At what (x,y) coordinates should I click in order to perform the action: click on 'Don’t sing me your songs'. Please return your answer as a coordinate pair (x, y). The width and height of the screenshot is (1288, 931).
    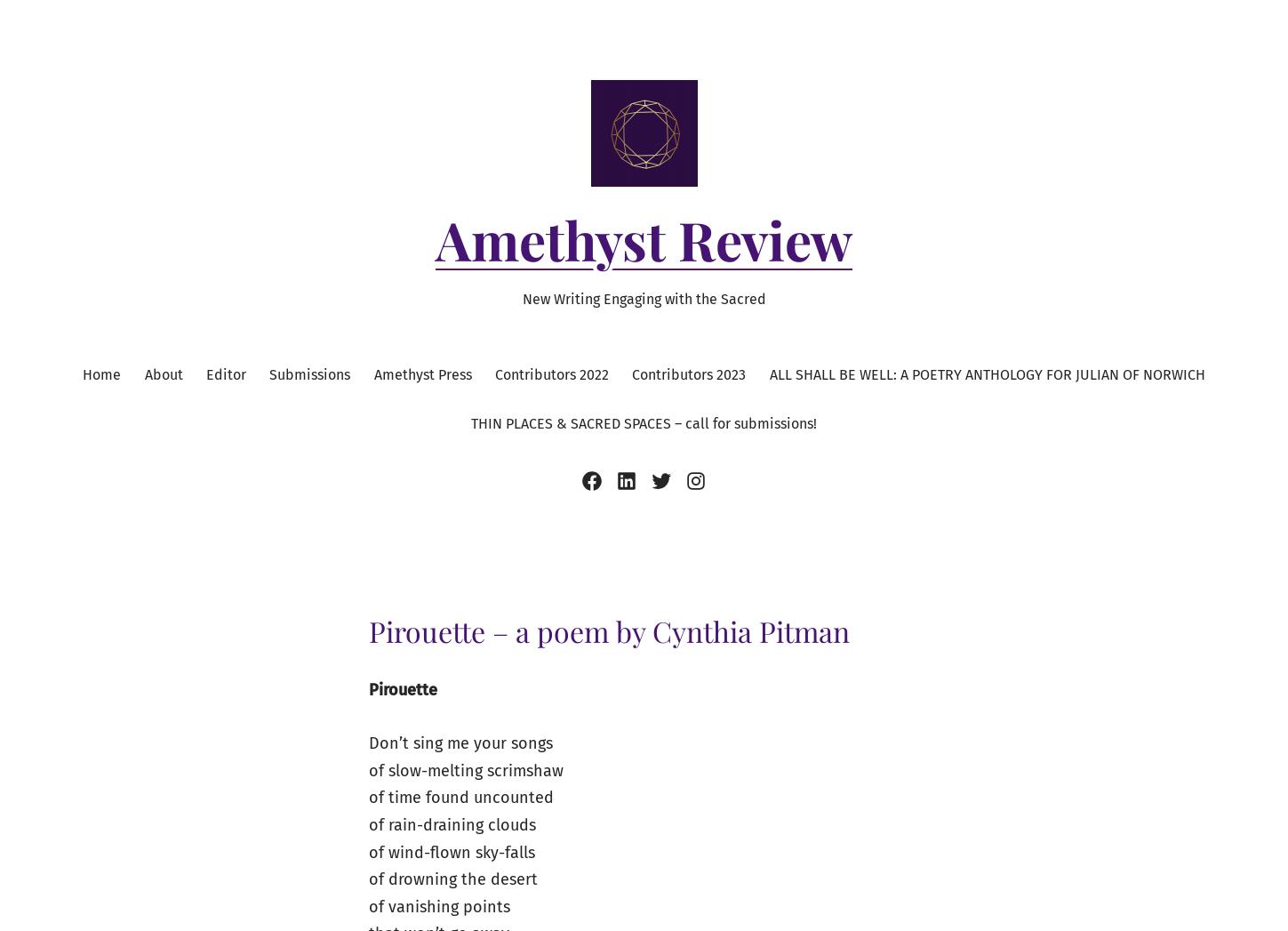
    Looking at the image, I should click on (460, 743).